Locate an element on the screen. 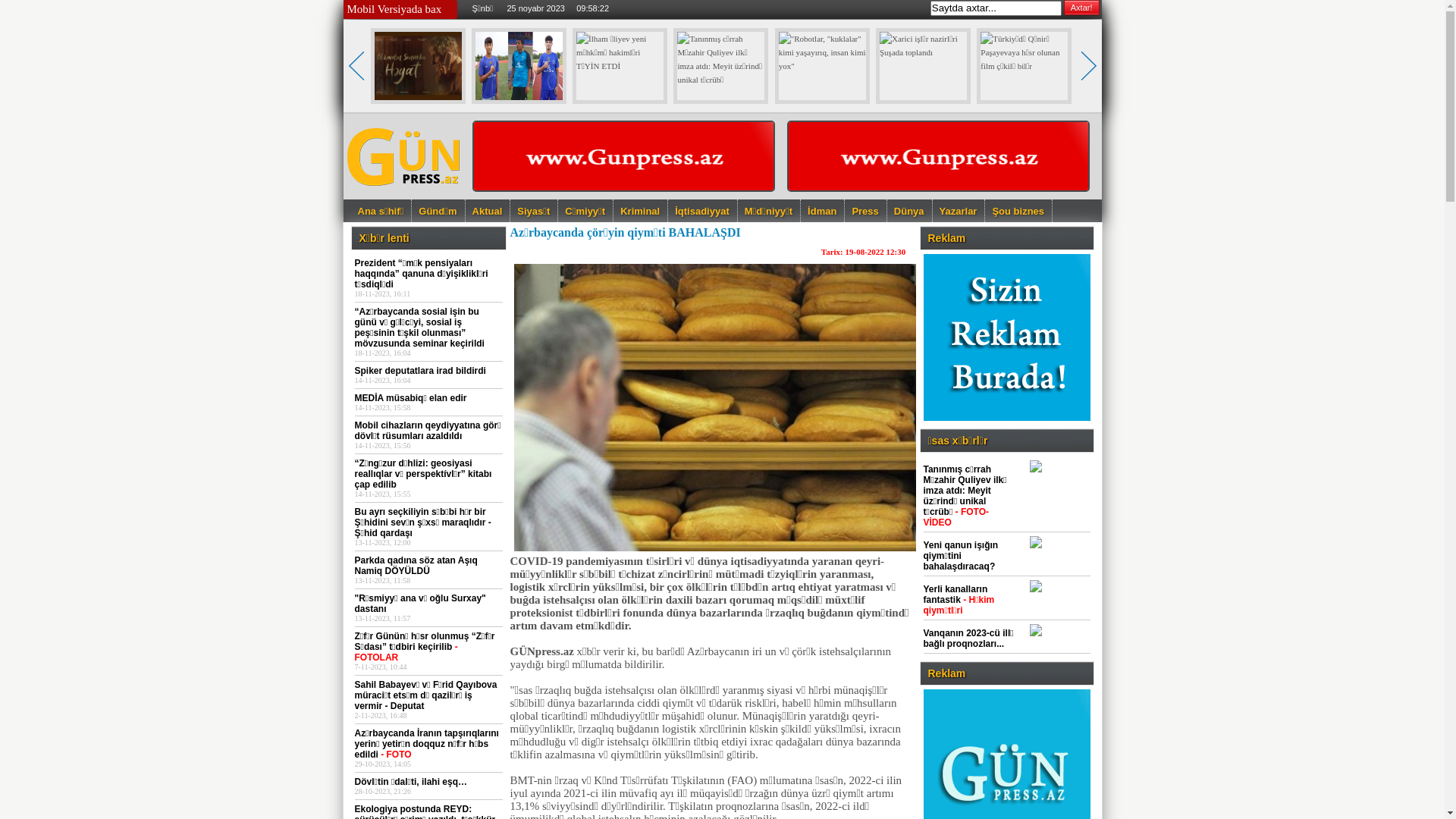 This screenshot has height=819, width=1456. 'Yazarlar' is located at coordinates (931, 210).